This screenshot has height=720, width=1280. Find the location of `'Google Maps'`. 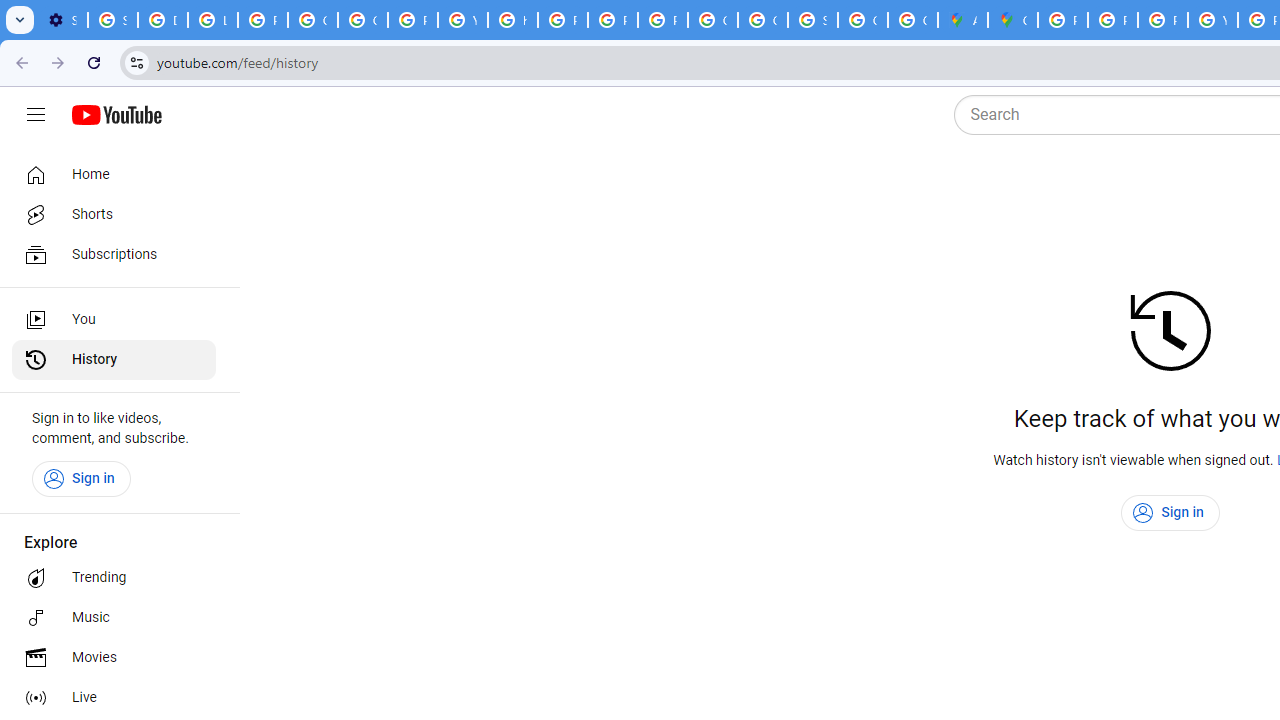

'Google Maps' is located at coordinates (1013, 20).